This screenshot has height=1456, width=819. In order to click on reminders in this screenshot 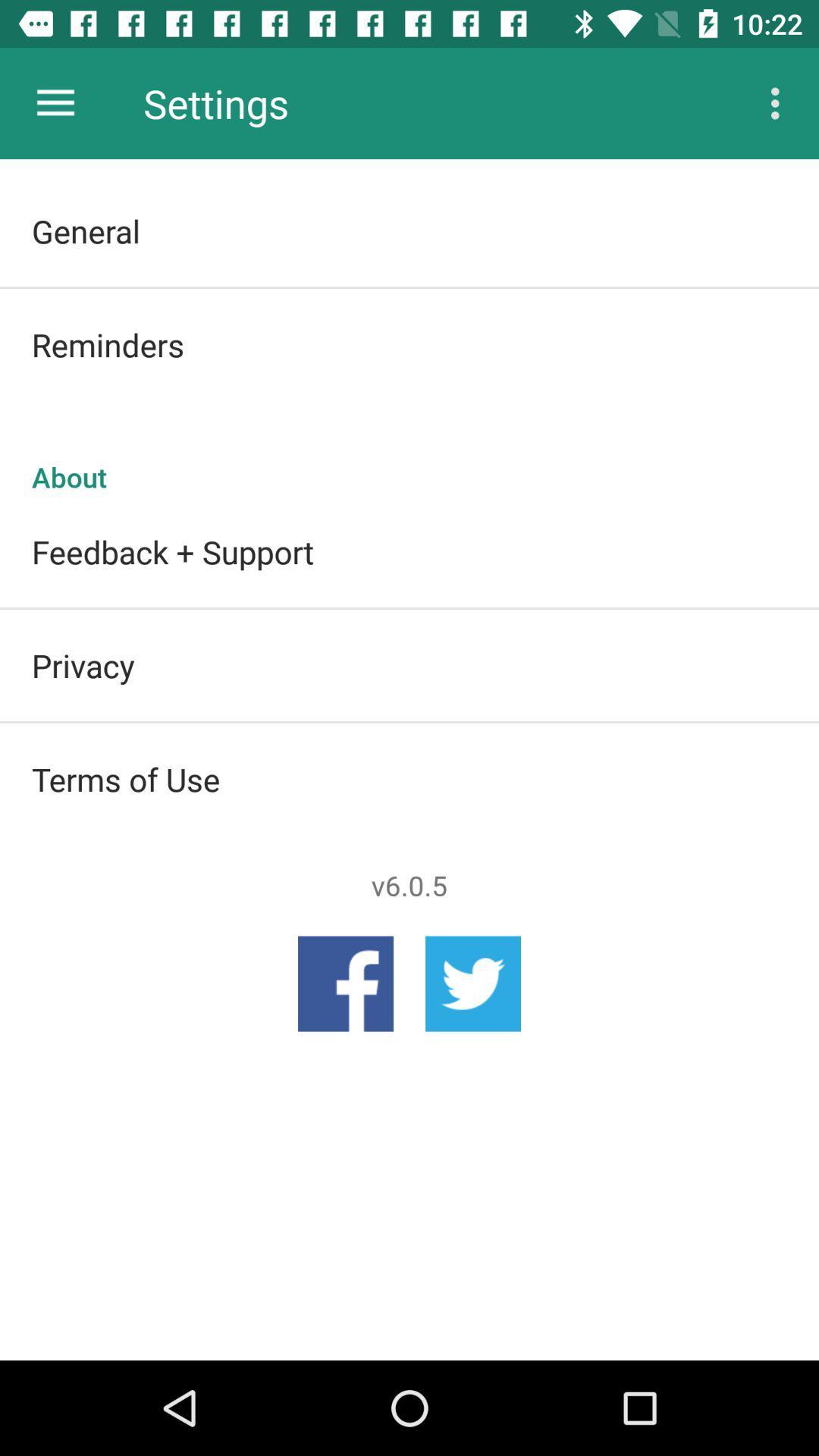, I will do `click(409, 344)`.